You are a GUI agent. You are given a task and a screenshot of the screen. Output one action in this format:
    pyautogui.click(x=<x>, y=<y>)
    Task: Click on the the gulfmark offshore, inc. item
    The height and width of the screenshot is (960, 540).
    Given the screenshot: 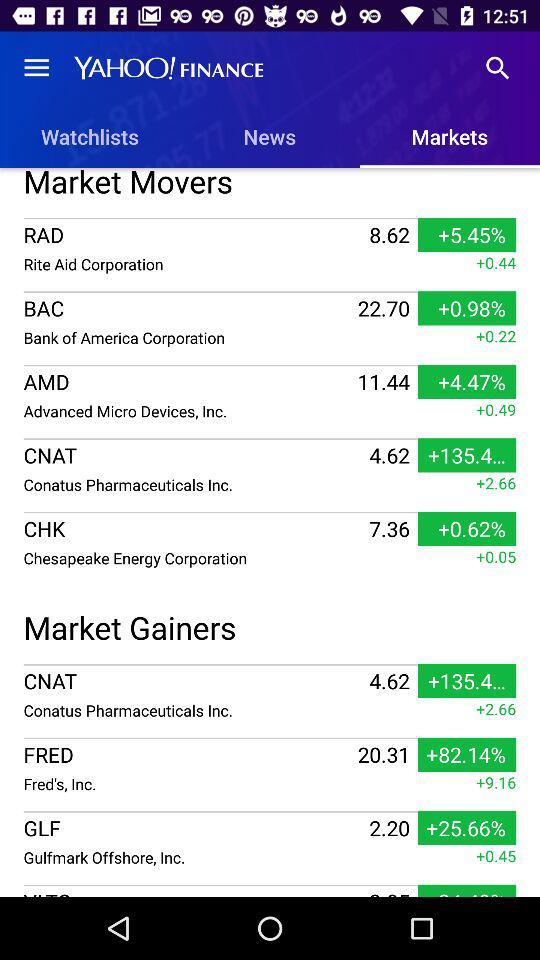 What is the action you would take?
    pyautogui.click(x=193, y=856)
    